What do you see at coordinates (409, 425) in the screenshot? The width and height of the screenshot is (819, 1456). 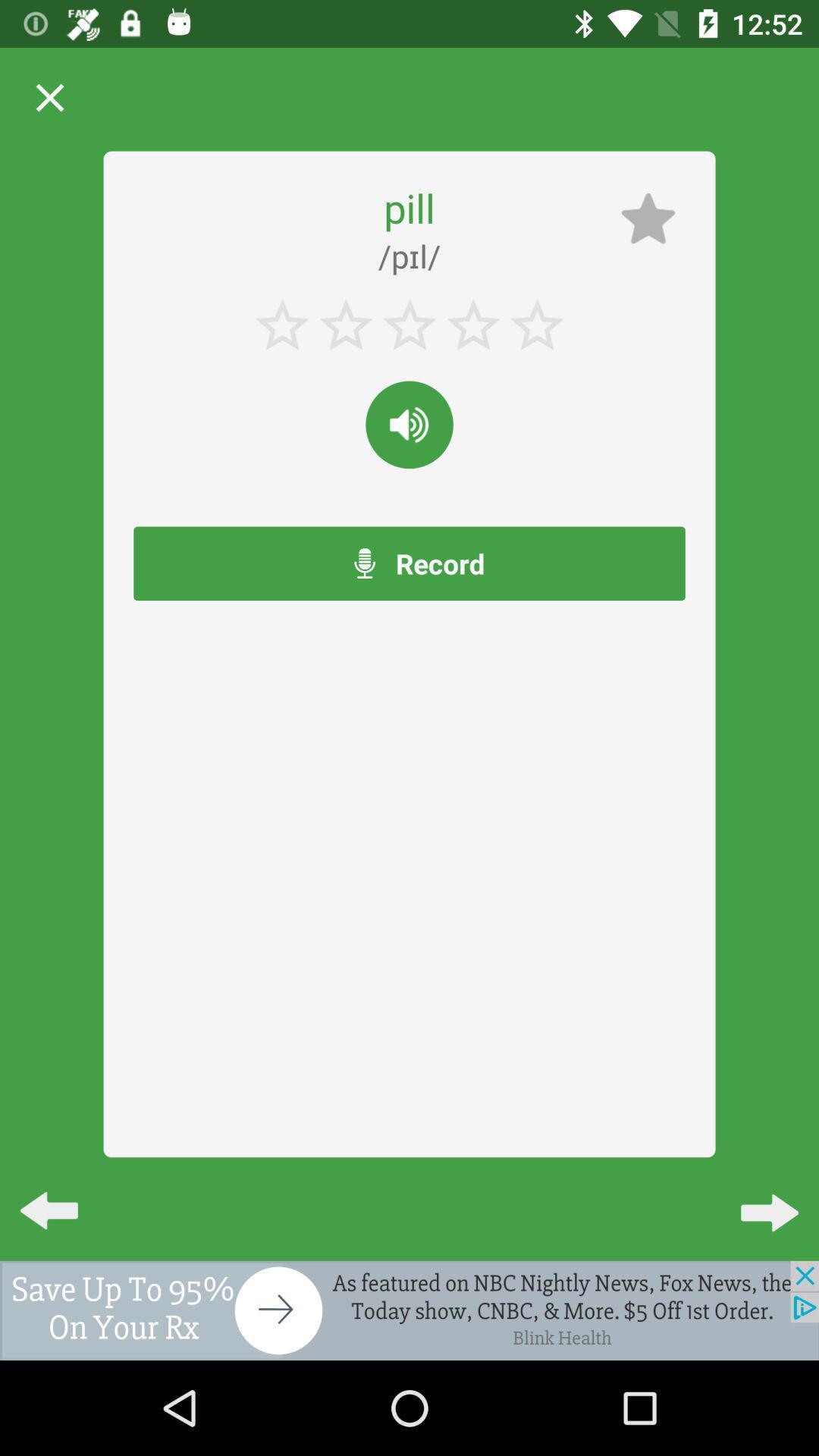 I see `the word` at bounding box center [409, 425].